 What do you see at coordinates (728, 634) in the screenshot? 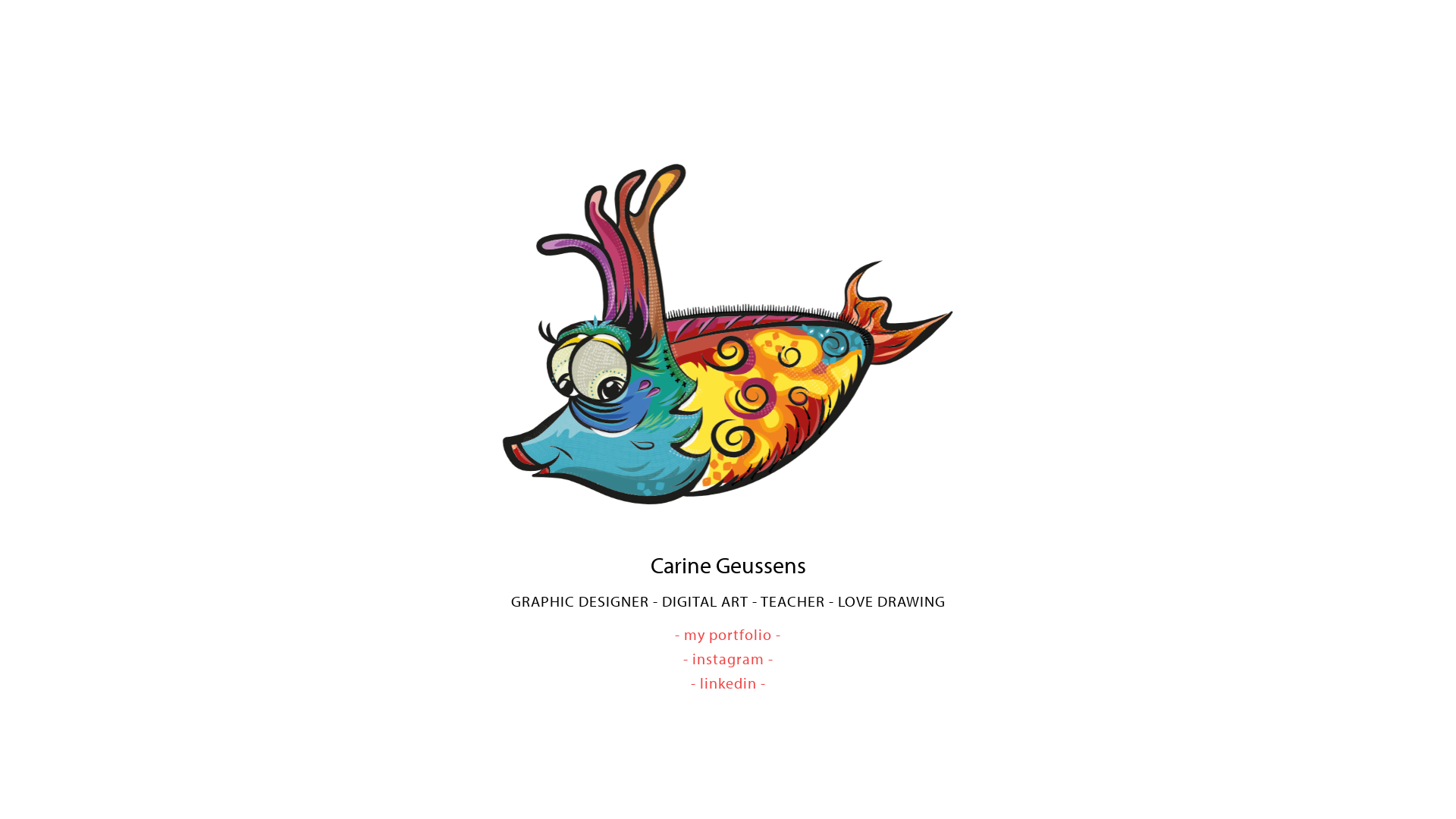
I see `'- my portfolio -'` at bounding box center [728, 634].